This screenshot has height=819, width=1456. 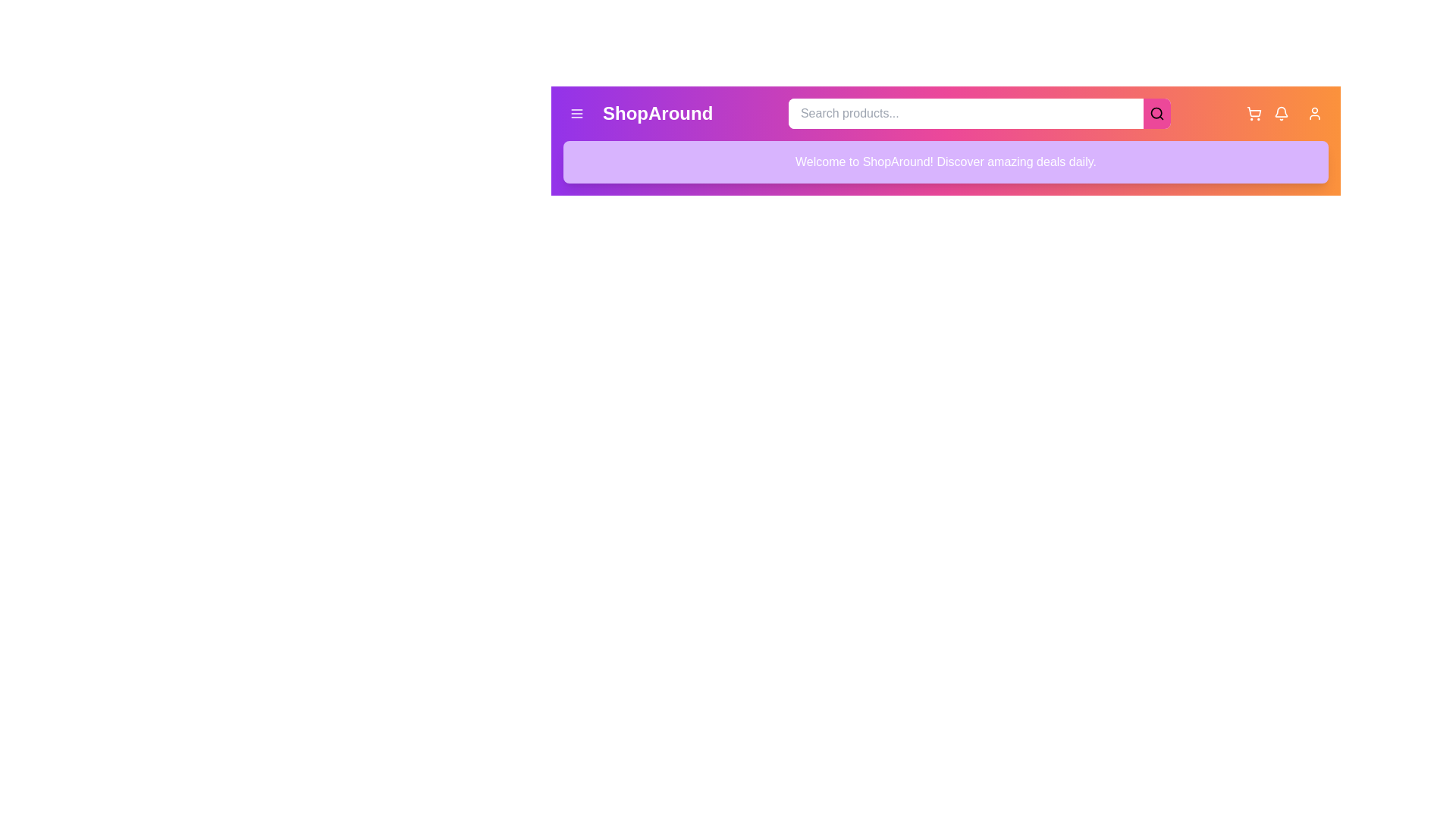 I want to click on the shopping cart icon, so click(x=1254, y=113).